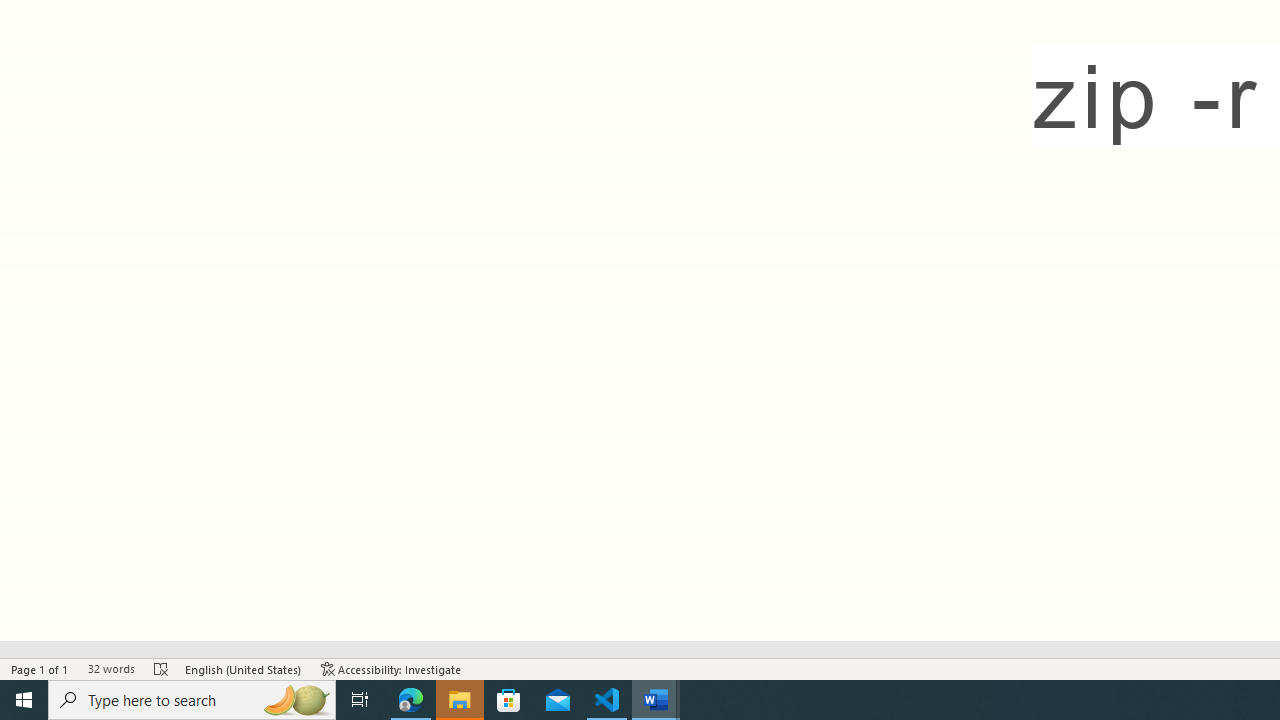 This screenshot has height=720, width=1280. What do you see at coordinates (40, 669) in the screenshot?
I see `'Page Number Page 1 of 1'` at bounding box center [40, 669].